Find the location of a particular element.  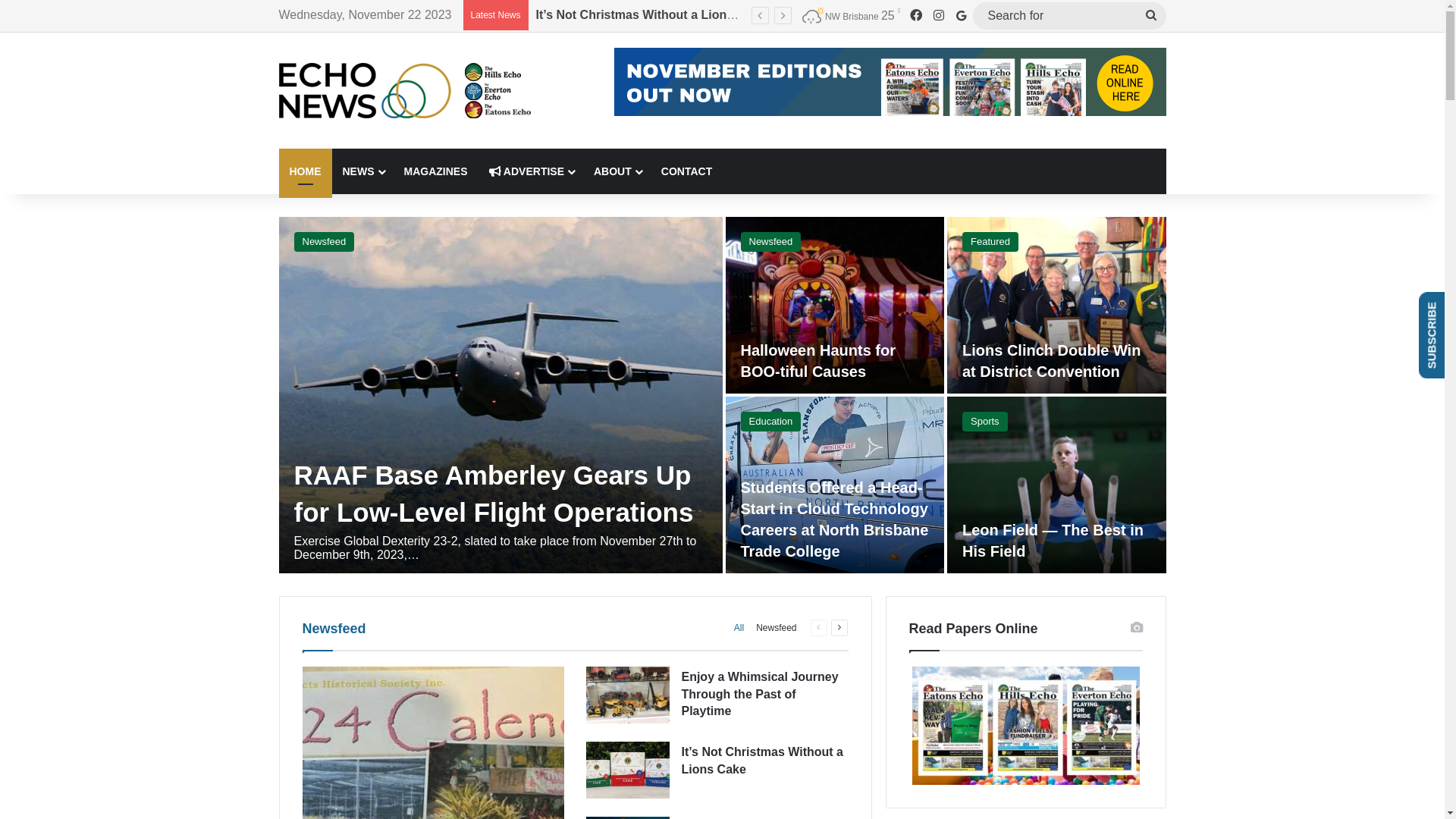

'Google' is located at coordinates (960, 14).